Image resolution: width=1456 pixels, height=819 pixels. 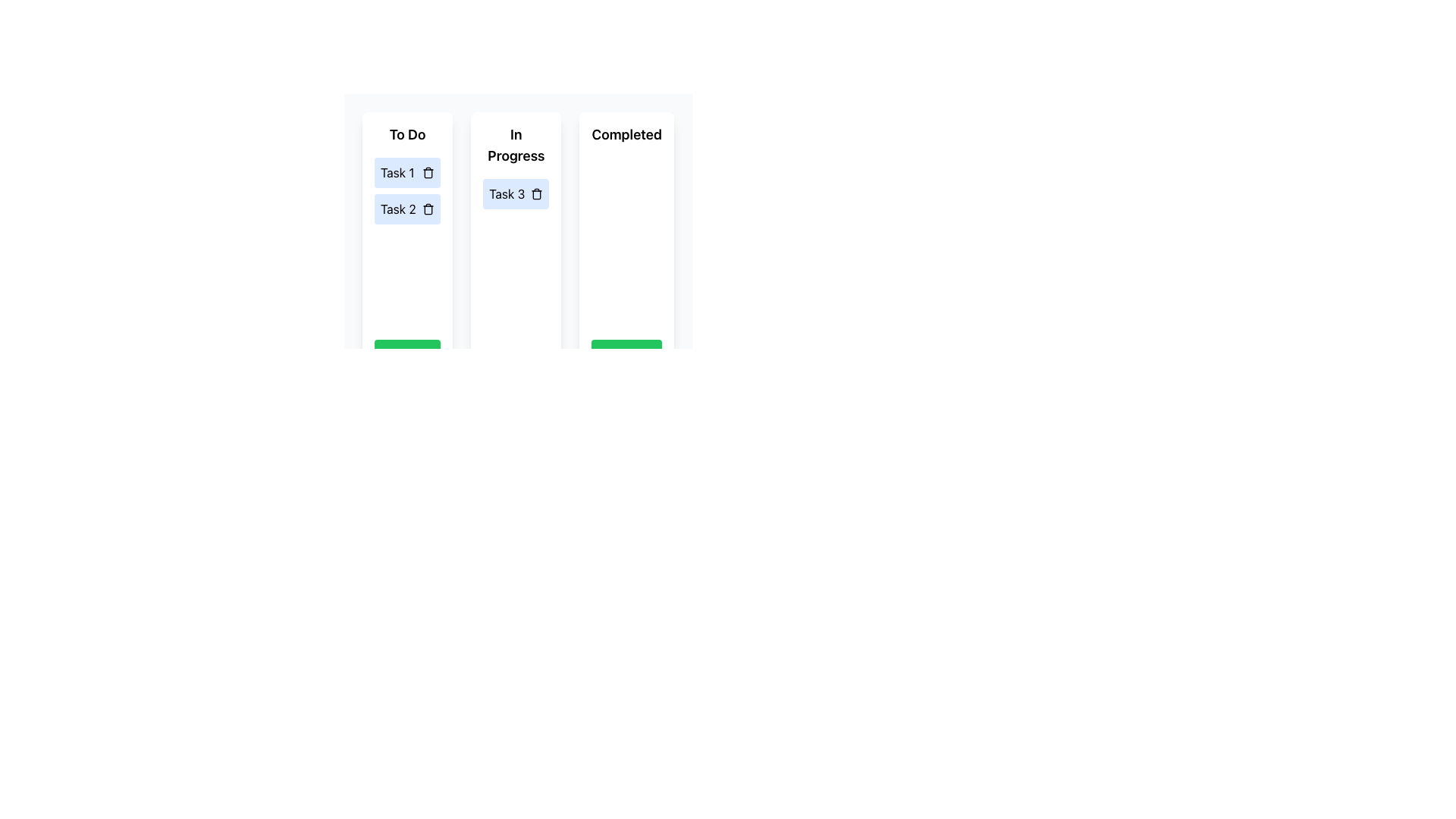 What do you see at coordinates (407, 363) in the screenshot?
I see `the 'Add Task' button located at the bottom of the 'To Do' section to observe any hover effects` at bounding box center [407, 363].